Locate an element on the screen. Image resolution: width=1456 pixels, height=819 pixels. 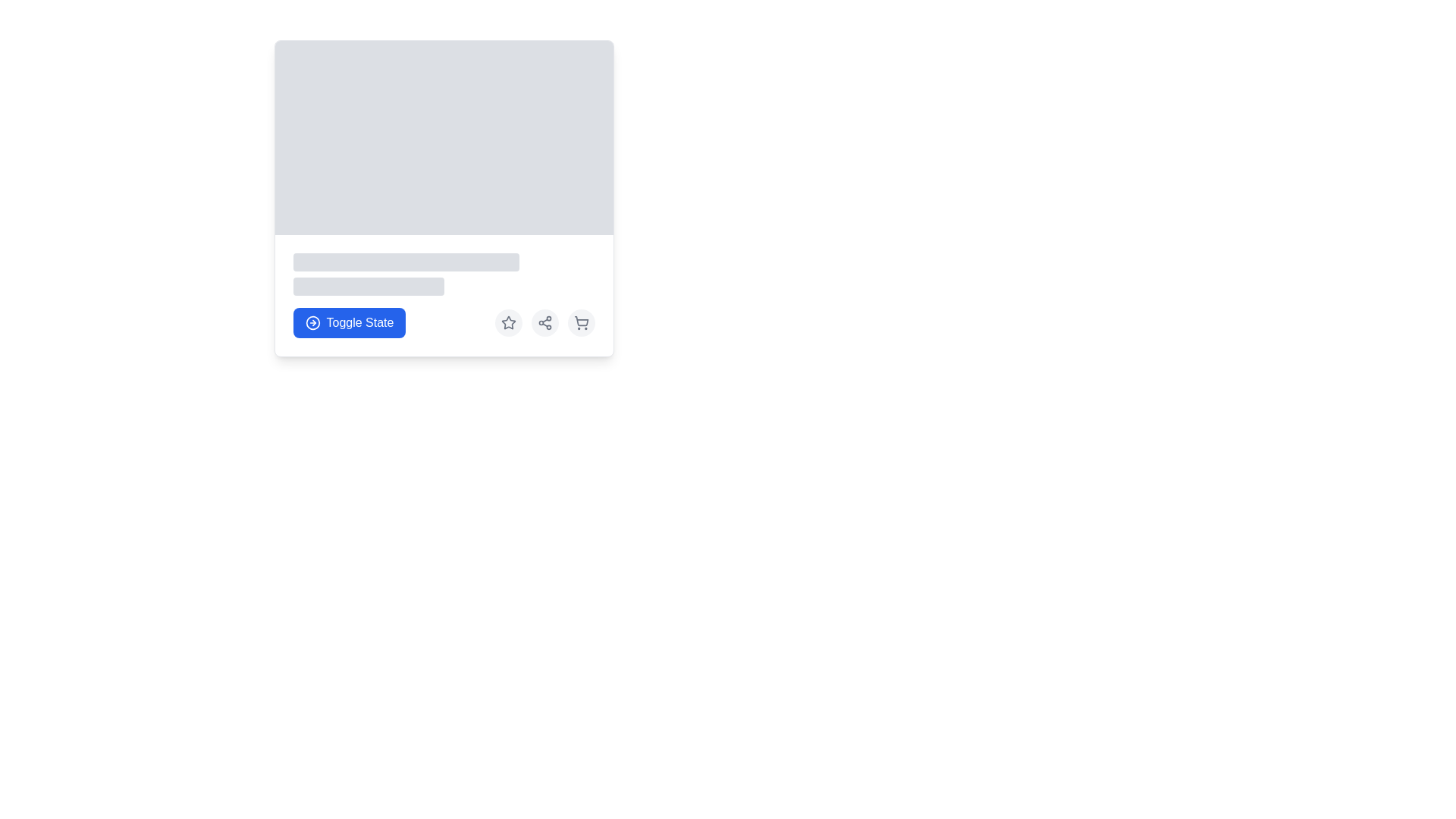
the star-shaped icon with a gray outline, located directly to the right of the 'Toggle State' button is located at coordinates (508, 322).